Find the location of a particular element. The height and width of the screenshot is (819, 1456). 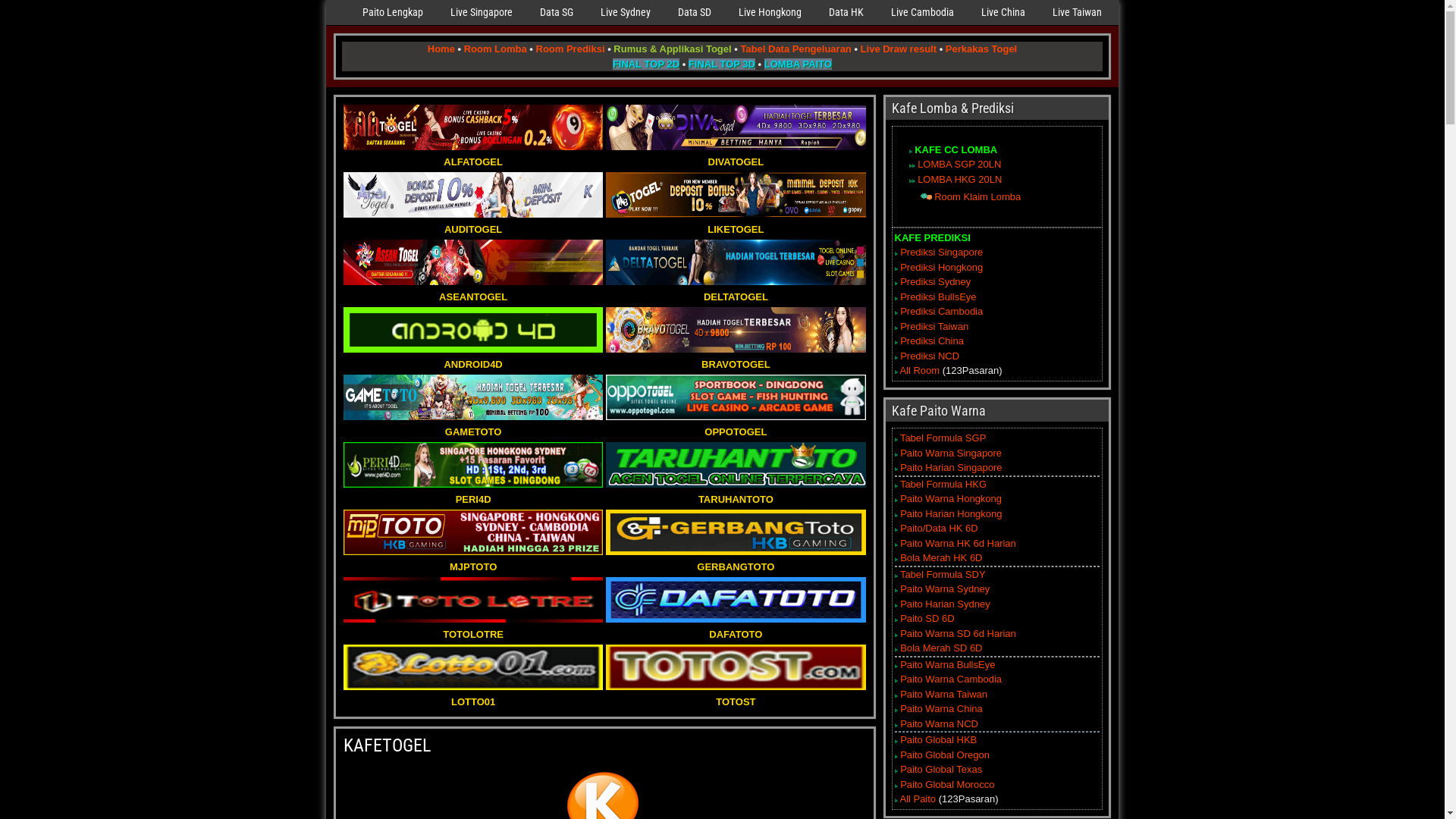

'Paito Global Oregon' is located at coordinates (944, 755).